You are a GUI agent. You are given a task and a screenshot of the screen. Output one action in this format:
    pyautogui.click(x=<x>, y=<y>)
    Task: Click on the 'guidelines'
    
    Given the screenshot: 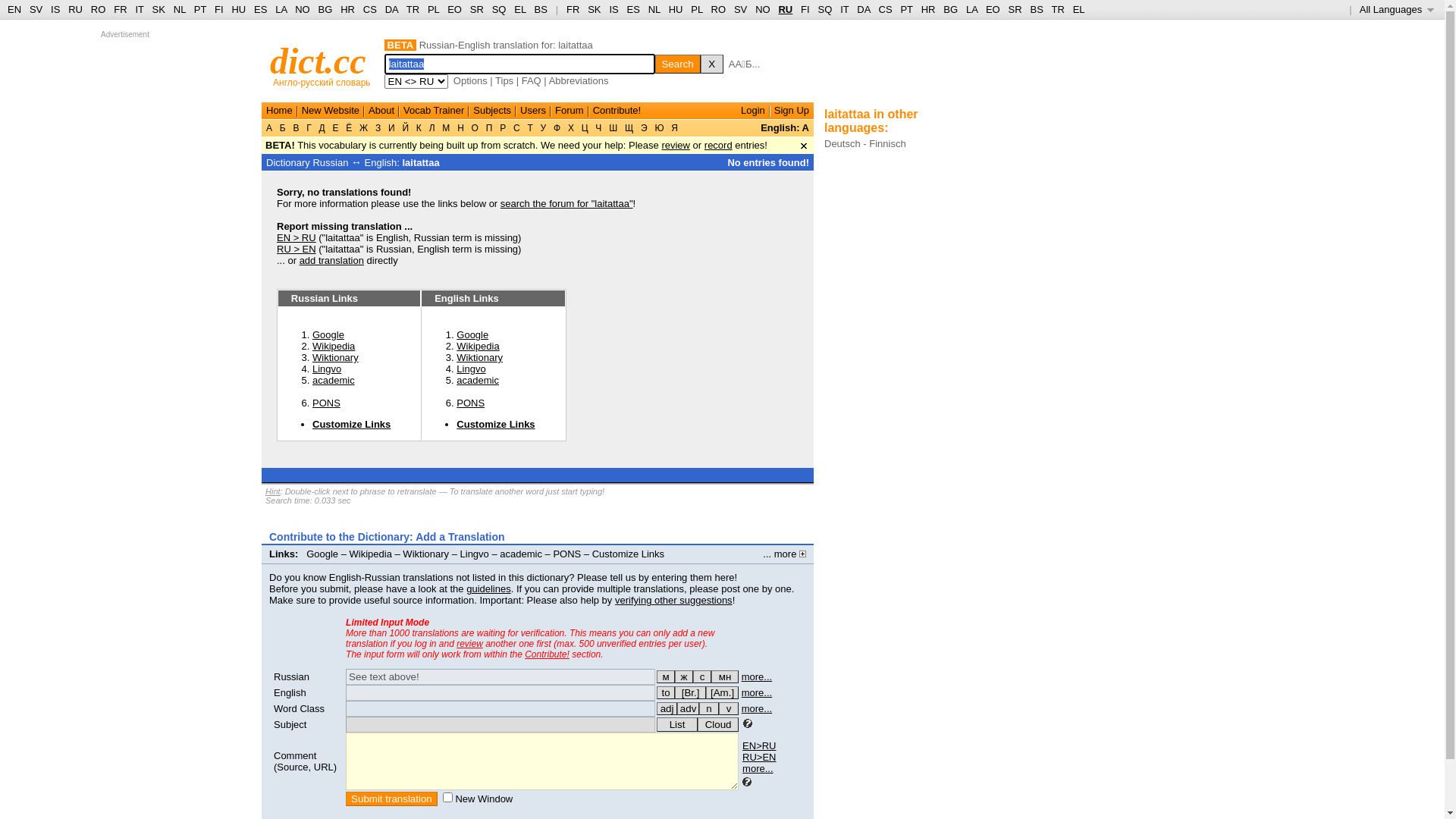 What is the action you would take?
    pyautogui.click(x=465, y=588)
    